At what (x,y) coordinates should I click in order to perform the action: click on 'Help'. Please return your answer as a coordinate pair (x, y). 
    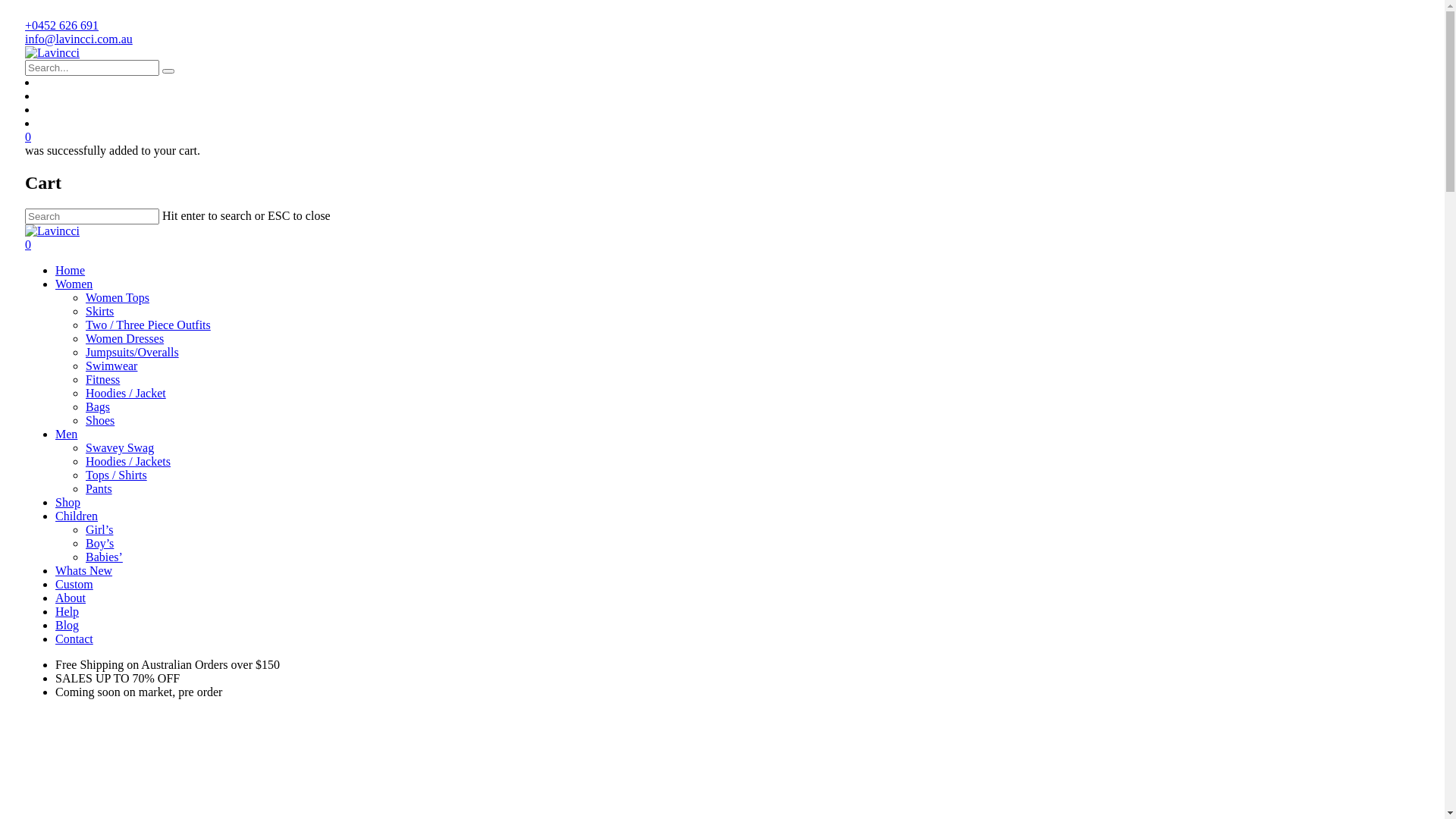
    Looking at the image, I should click on (66, 610).